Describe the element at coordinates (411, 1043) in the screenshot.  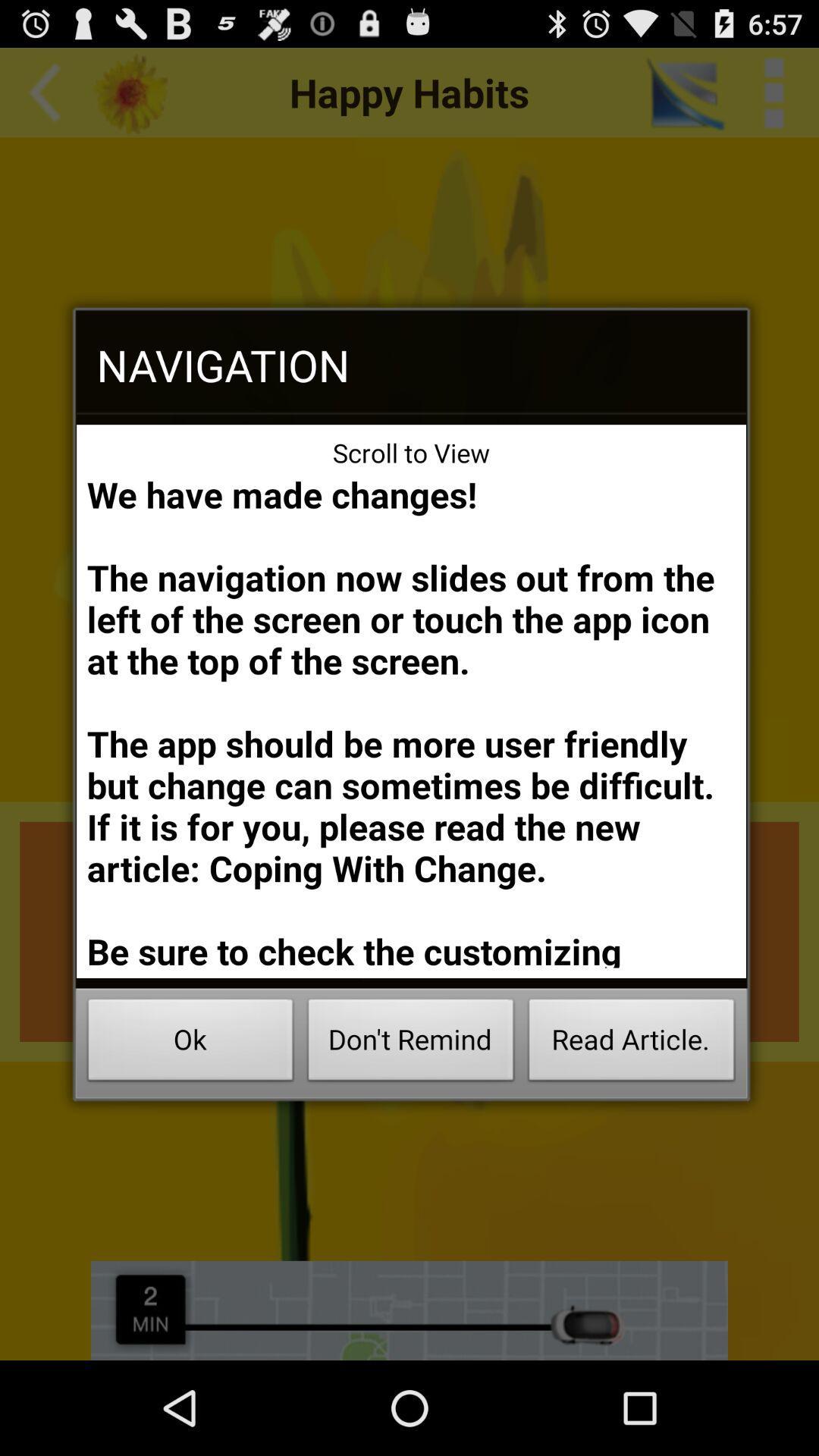
I see `icon below we have made` at that location.